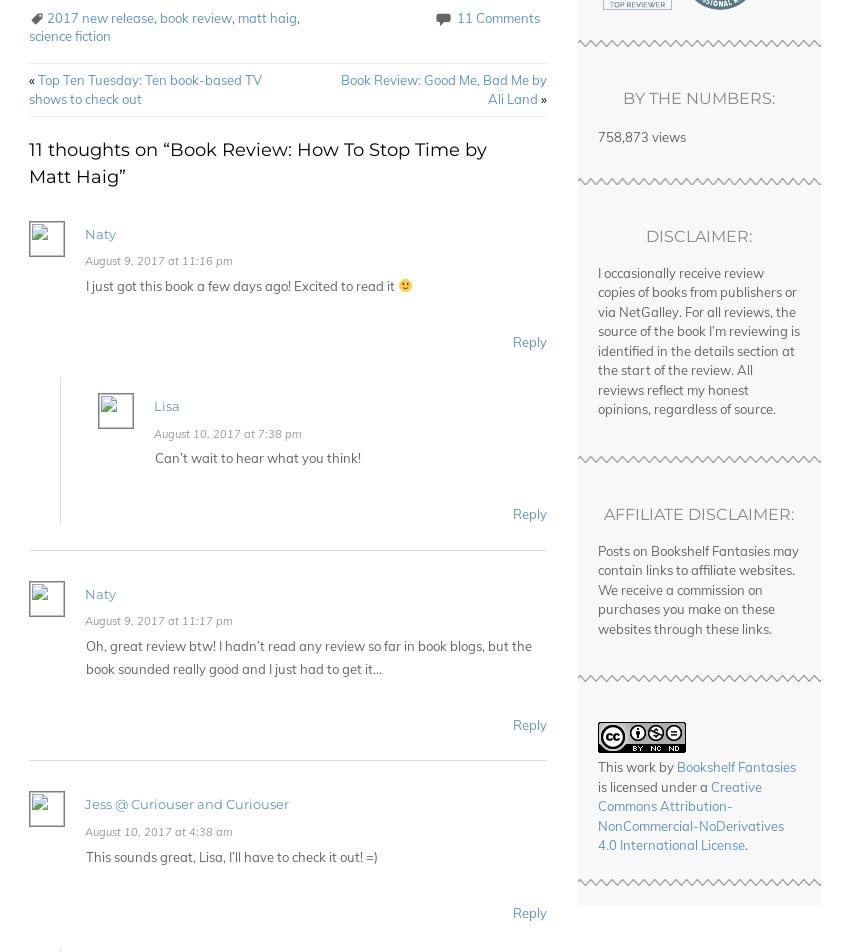  I want to click on '758,873 views', so click(642, 136).